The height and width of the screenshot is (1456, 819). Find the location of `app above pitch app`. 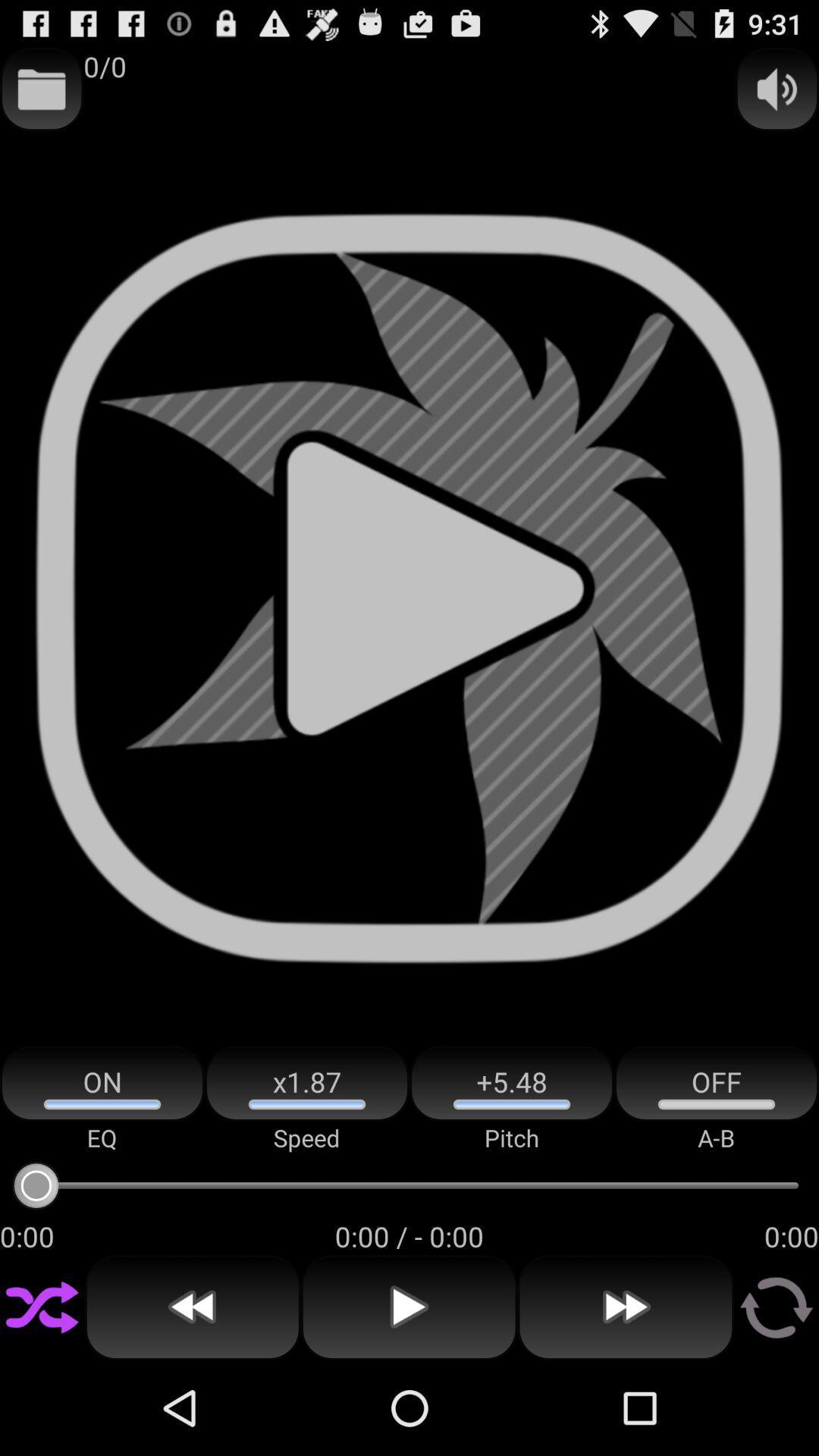

app above pitch app is located at coordinates (512, 1083).